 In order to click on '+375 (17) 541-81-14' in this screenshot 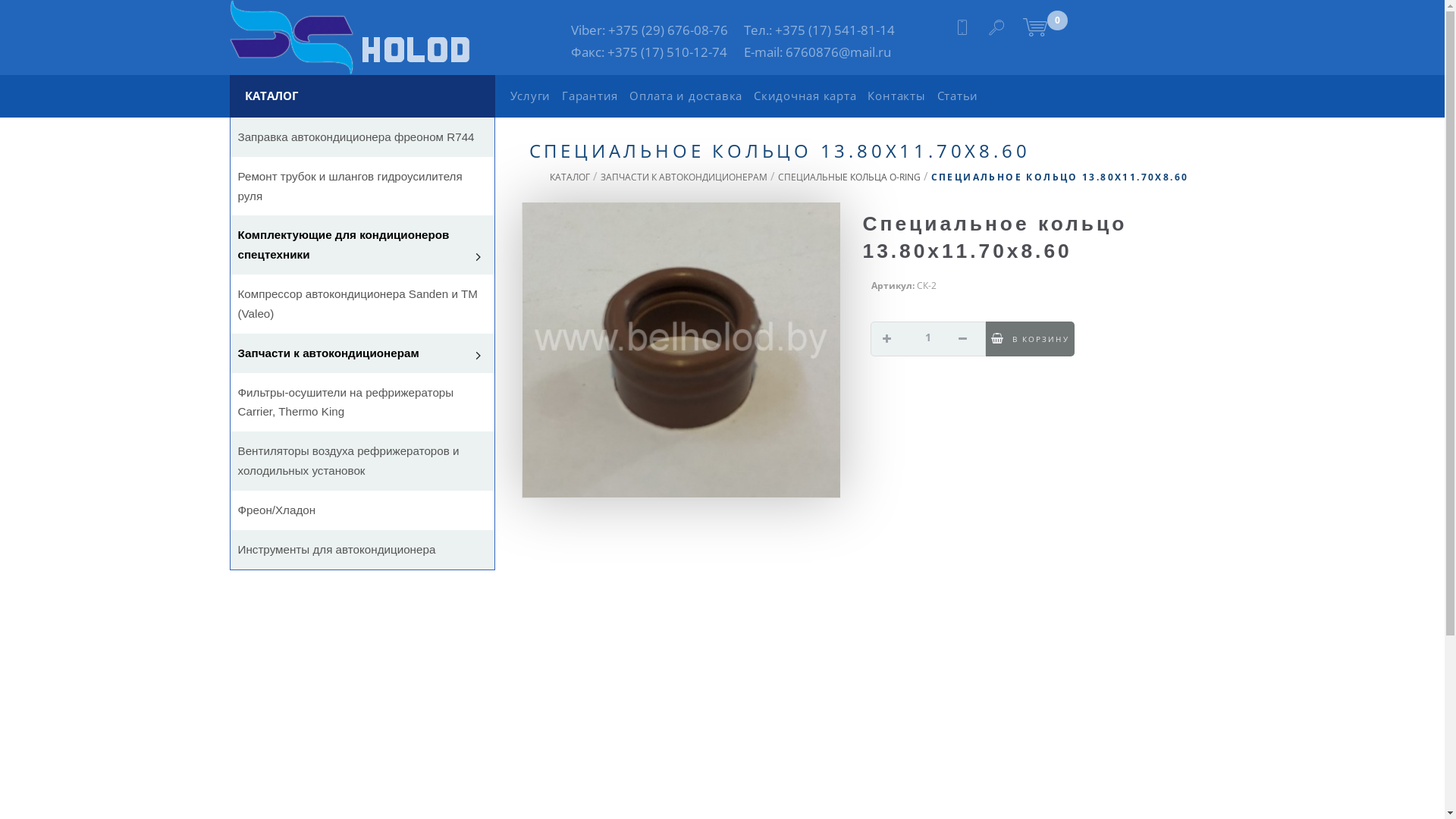, I will do `click(833, 30)`.